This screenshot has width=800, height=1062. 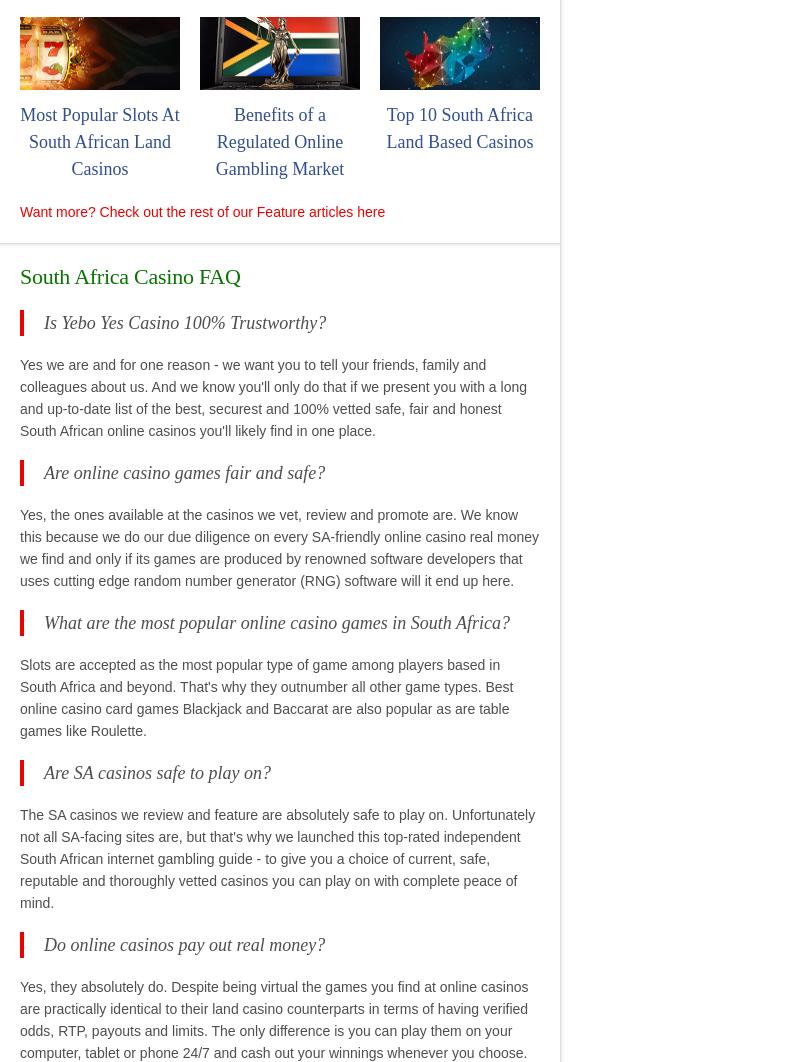 I want to click on 'Slots are accepted as the most popular type of game among players based in South Africa and beyond. That's why they outnumber all other game types. Best online casino card games Blackjack and Baccarat are also popular as are table games like Roulette.', so click(x=265, y=696).